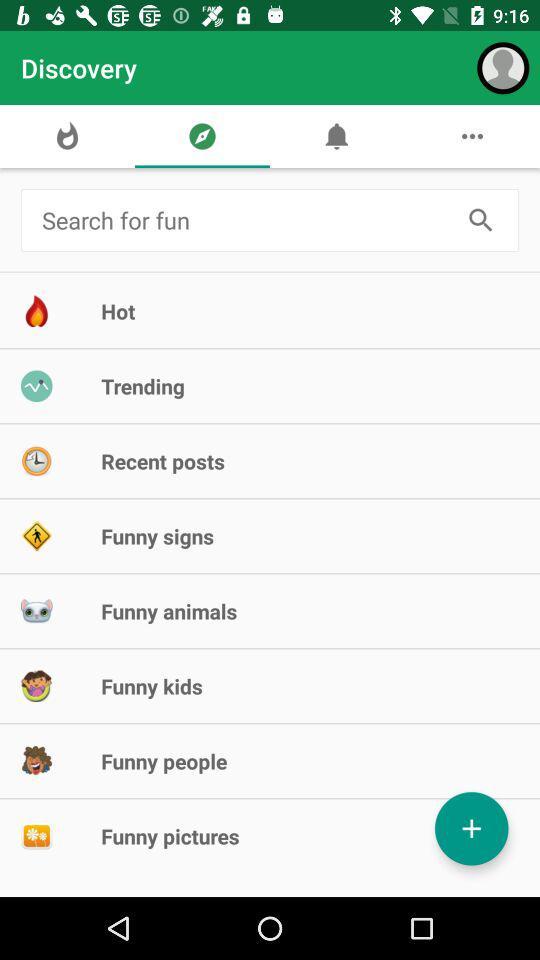  Describe the element at coordinates (245, 220) in the screenshot. I see `search the article` at that location.